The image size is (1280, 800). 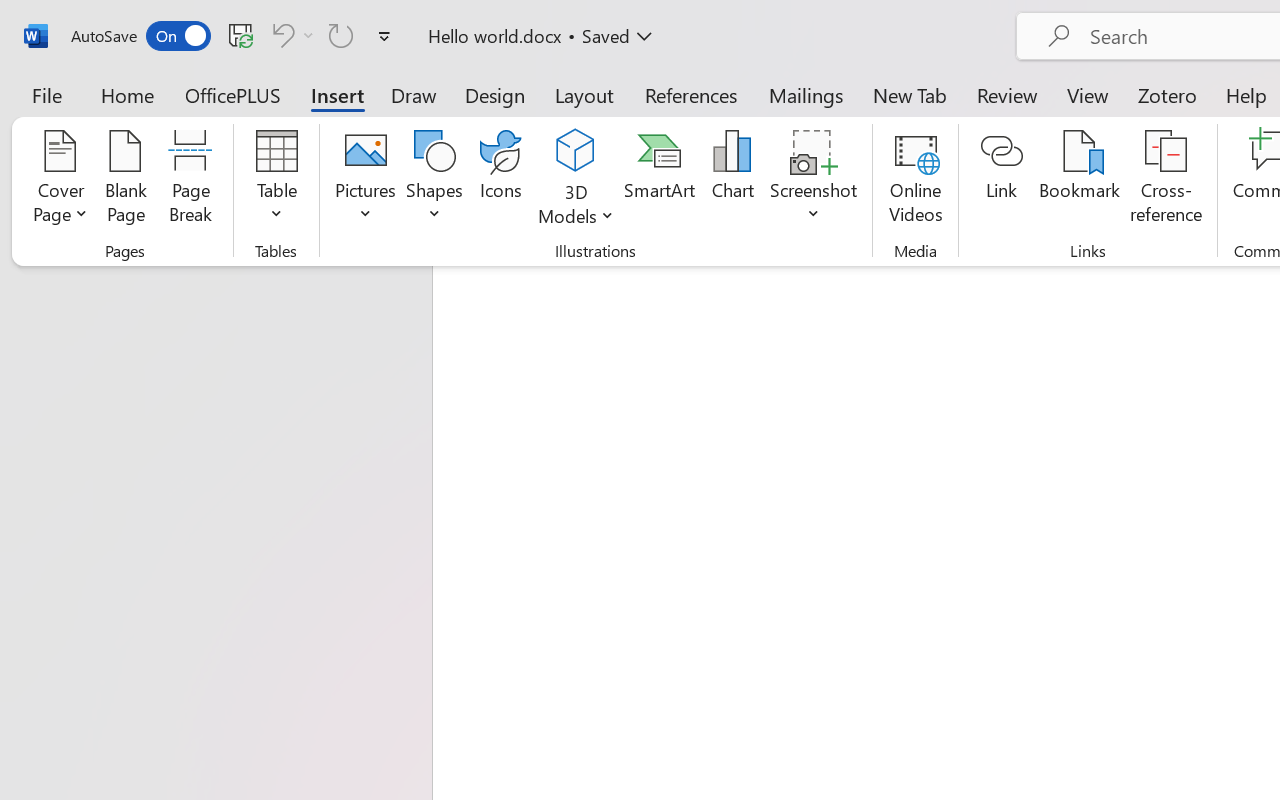 What do you see at coordinates (240, 34) in the screenshot?
I see `'Save'` at bounding box center [240, 34].